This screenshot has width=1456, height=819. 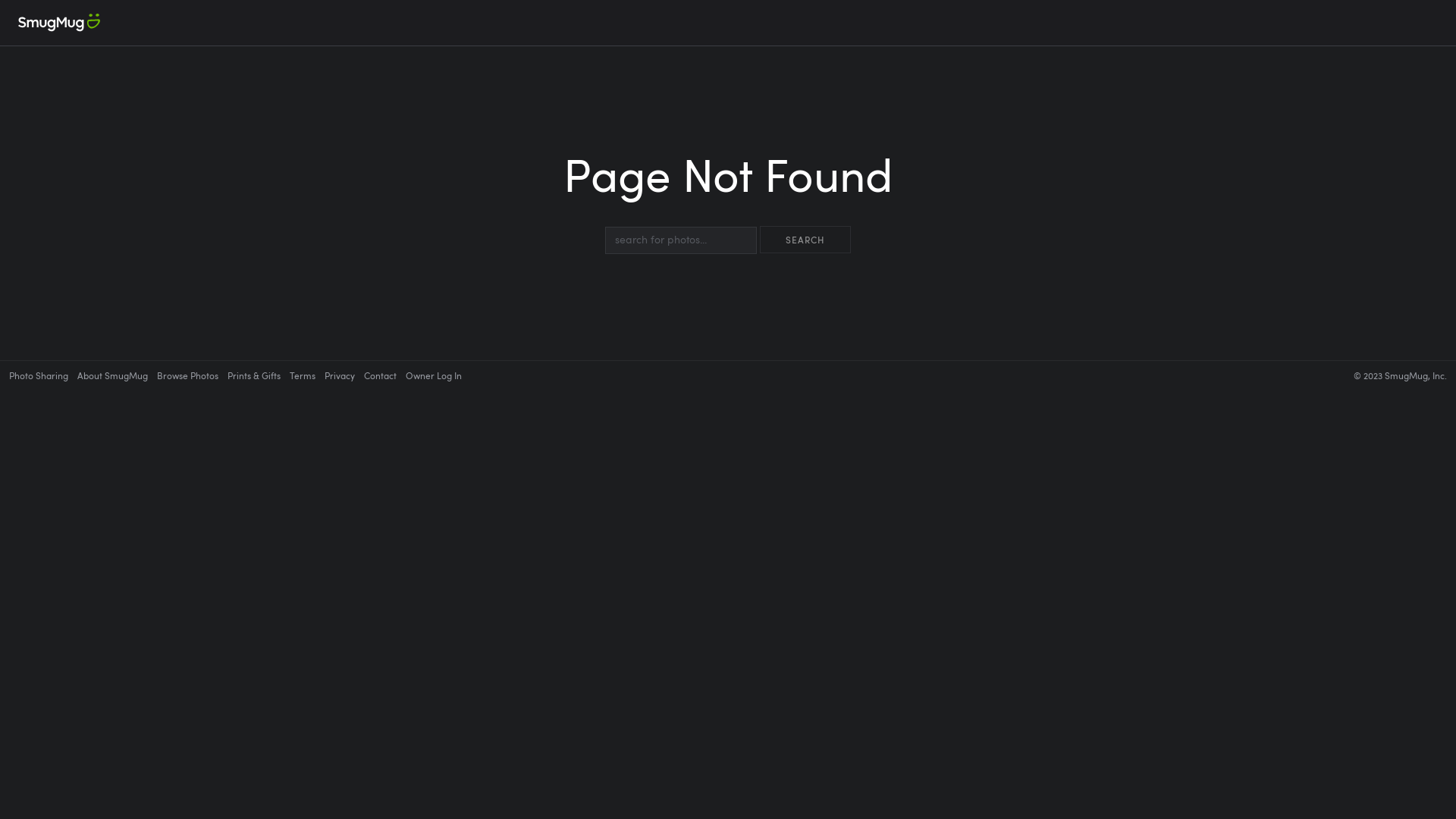 What do you see at coordinates (156, 375) in the screenshot?
I see `'Browse Photos'` at bounding box center [156, 375].